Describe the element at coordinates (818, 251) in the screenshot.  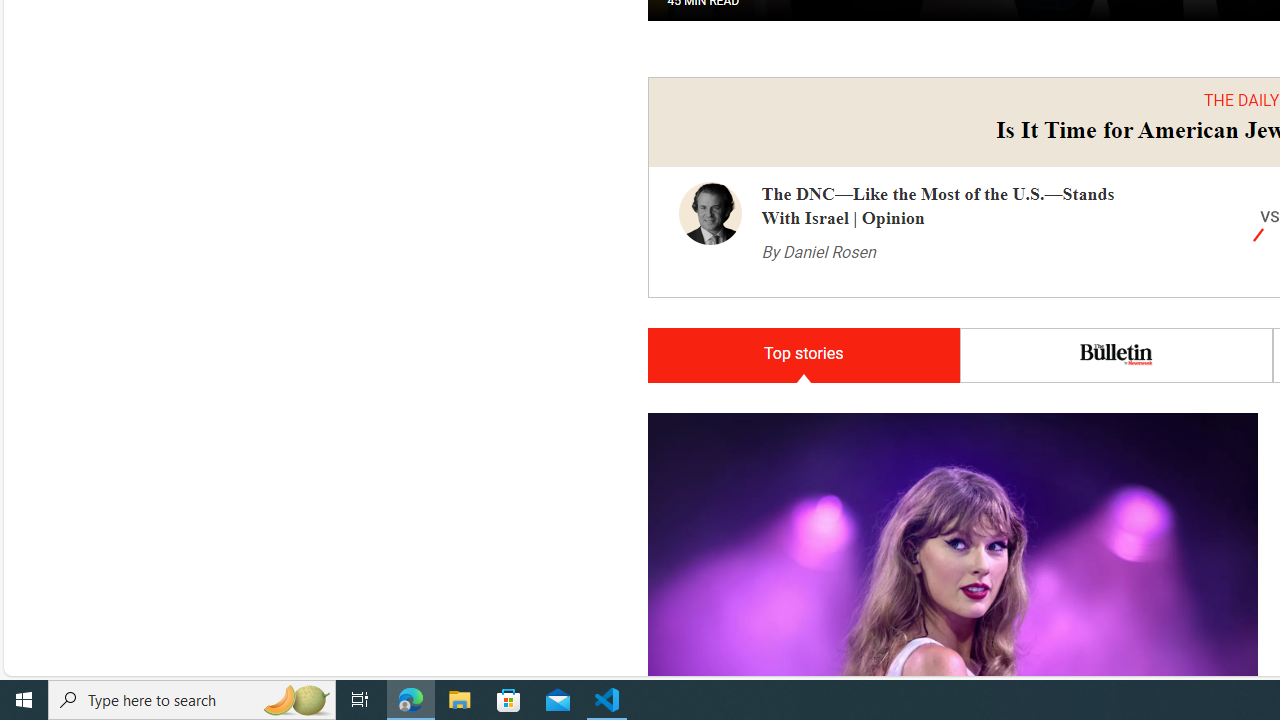
I see `'By Daniel Rosen'` at that location.